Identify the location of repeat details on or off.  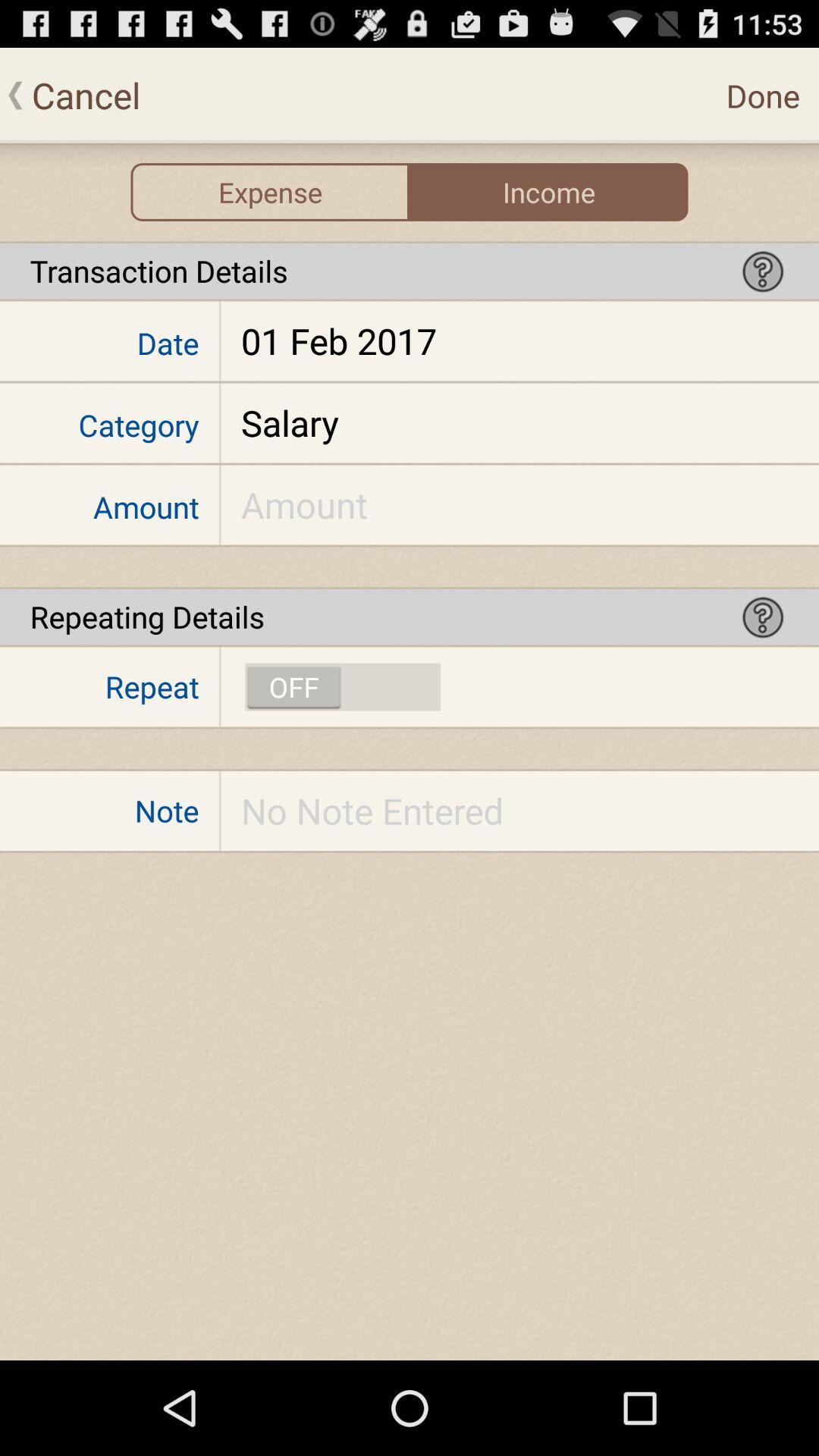
(343, 686).